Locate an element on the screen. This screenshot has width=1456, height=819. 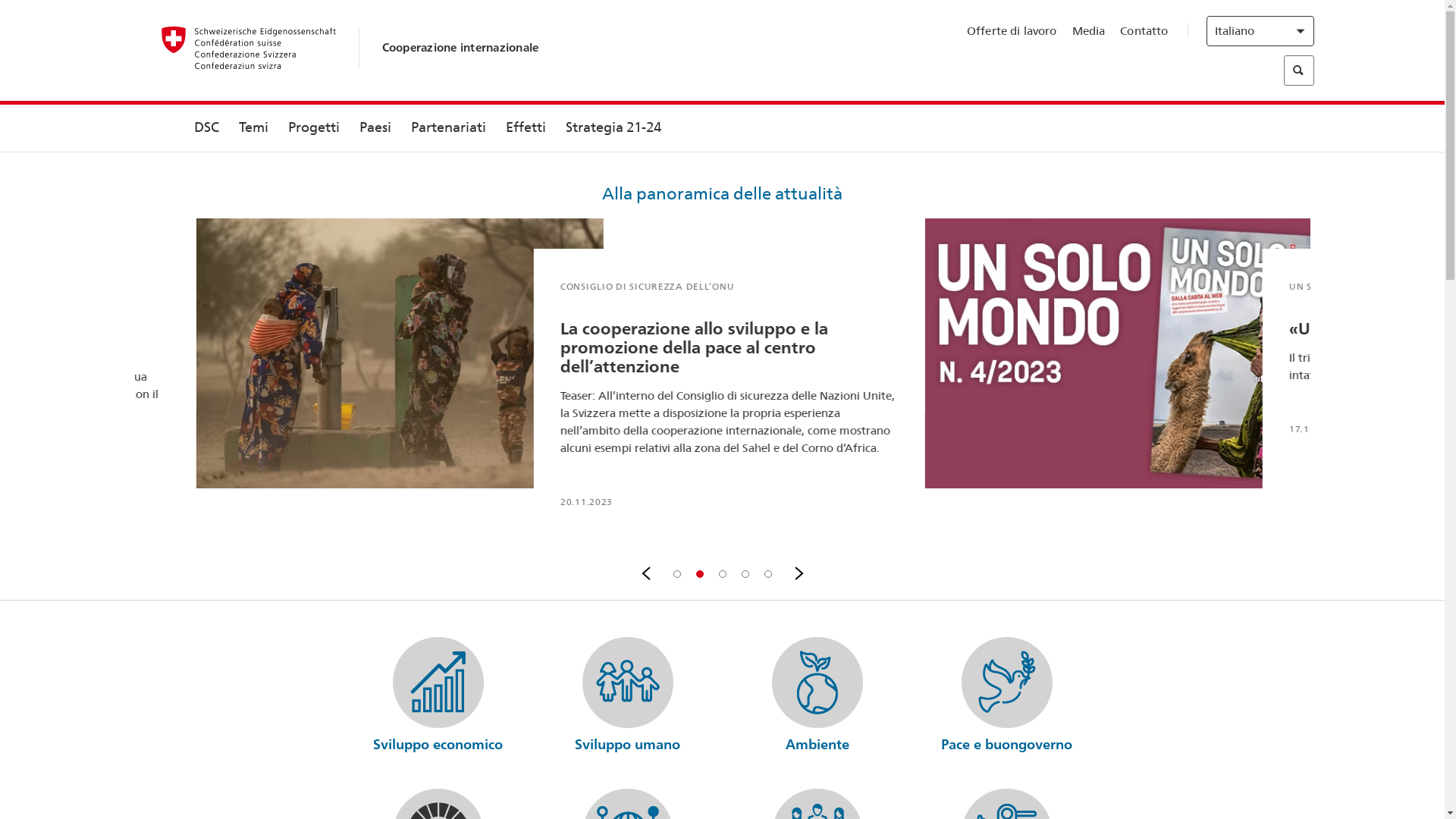
'Temi' is located at coordinates (253, 127).